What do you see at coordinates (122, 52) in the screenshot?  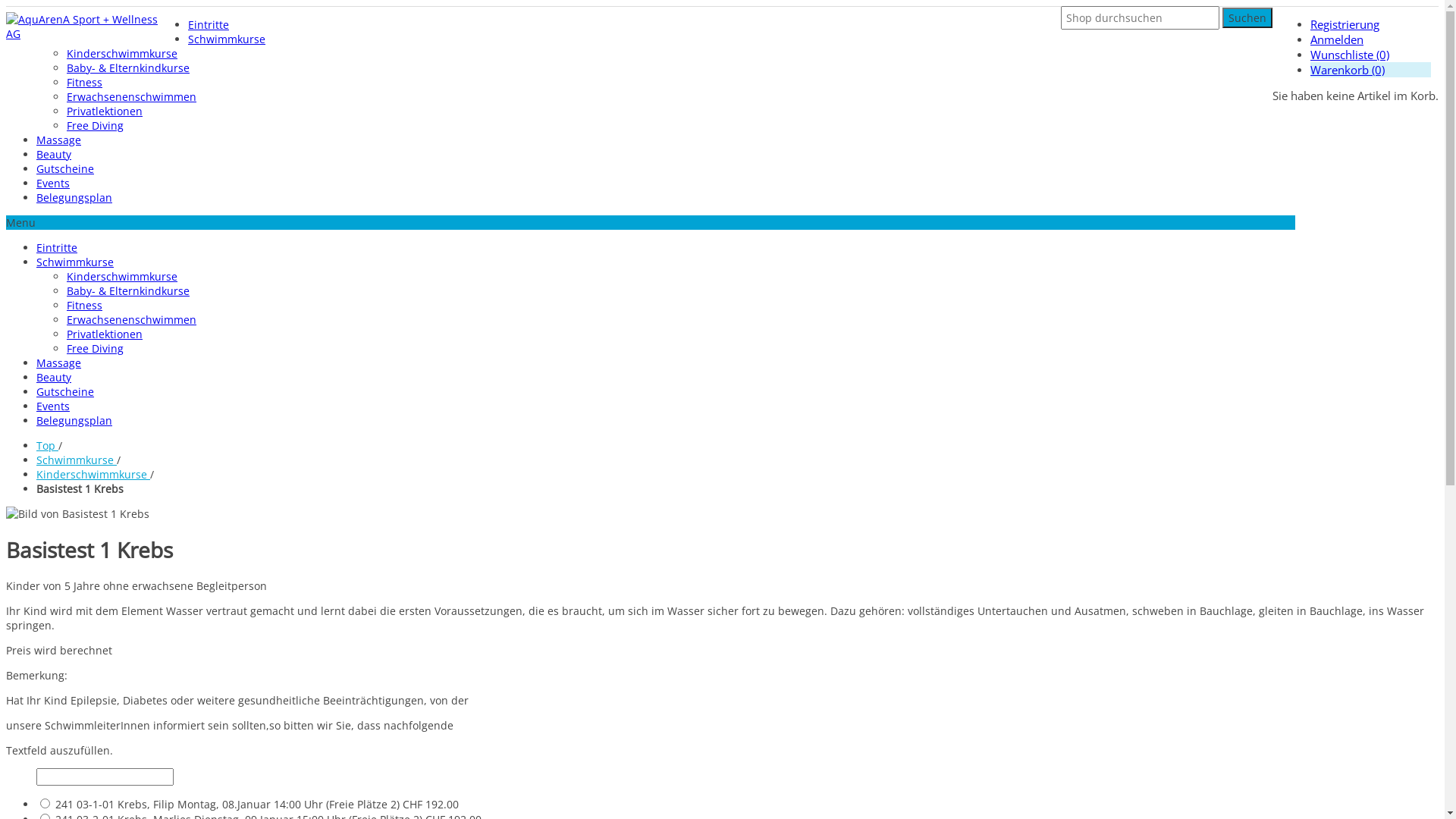 I see `'Kinderschwimmkurse'` at bounding box center [122, 52].